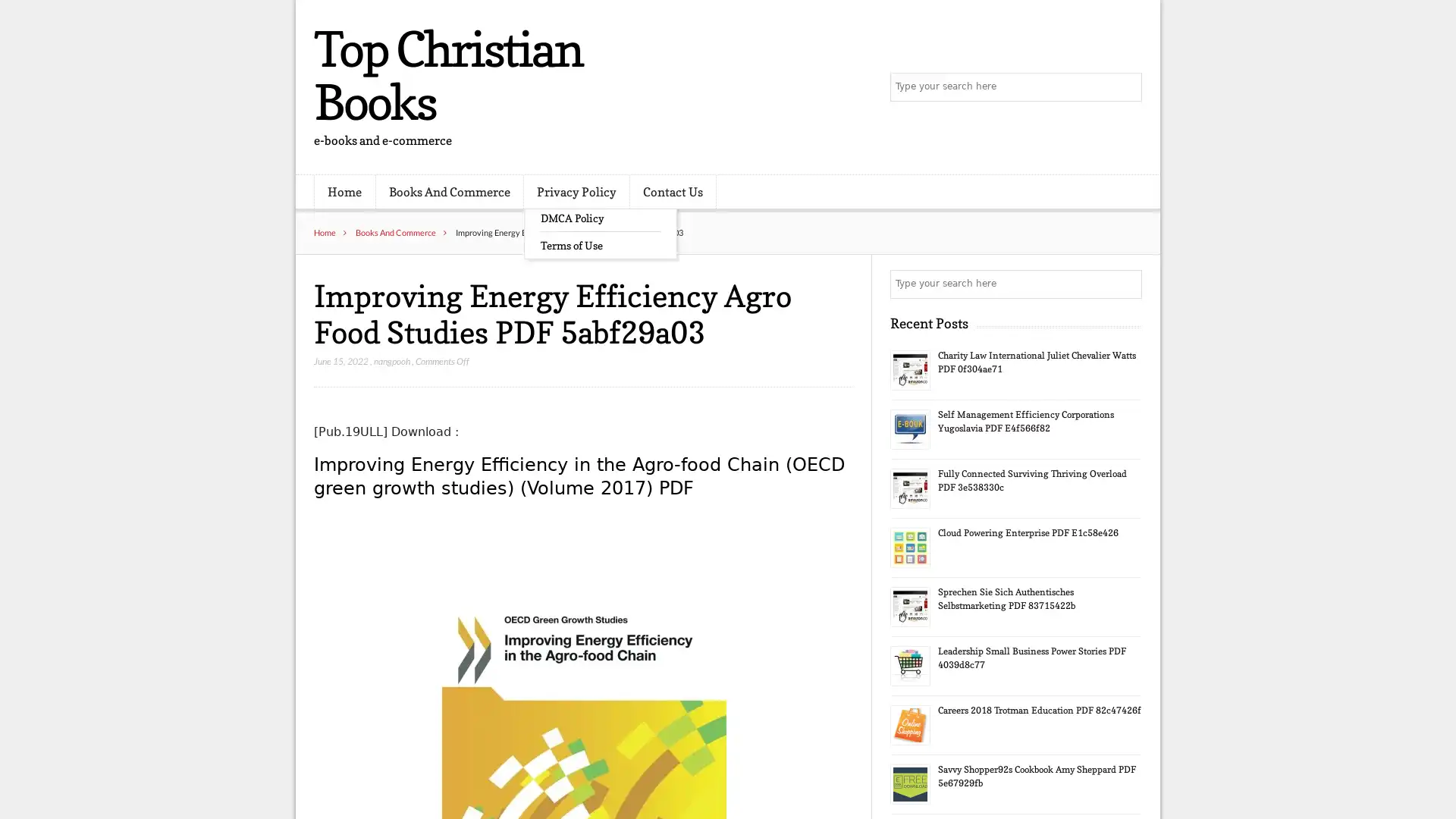  Describe the element at coordinates (1126, 284) in the screenshot. I see `Search` at that location.